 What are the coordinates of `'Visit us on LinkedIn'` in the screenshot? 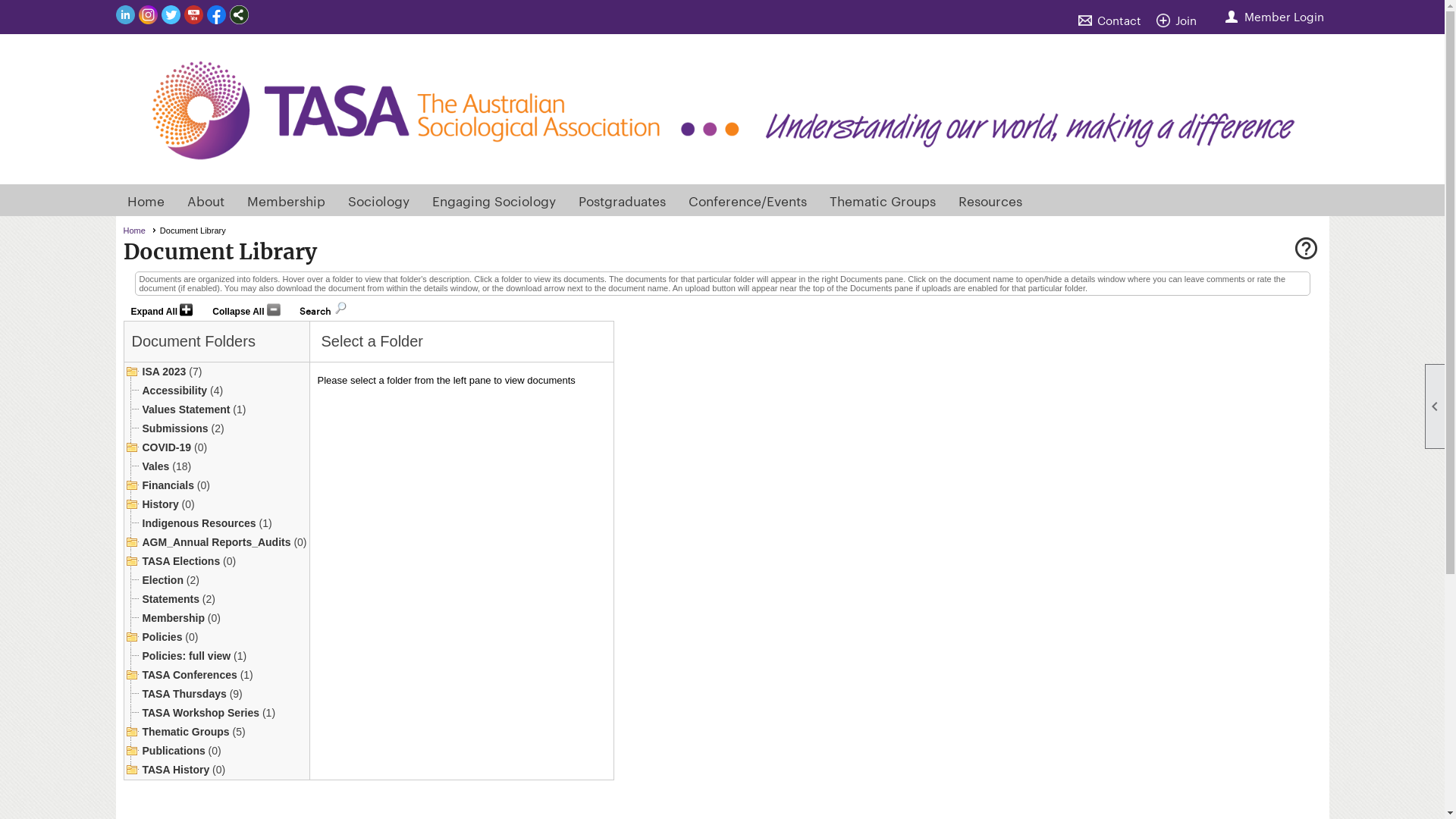 It's located at (124, 15).